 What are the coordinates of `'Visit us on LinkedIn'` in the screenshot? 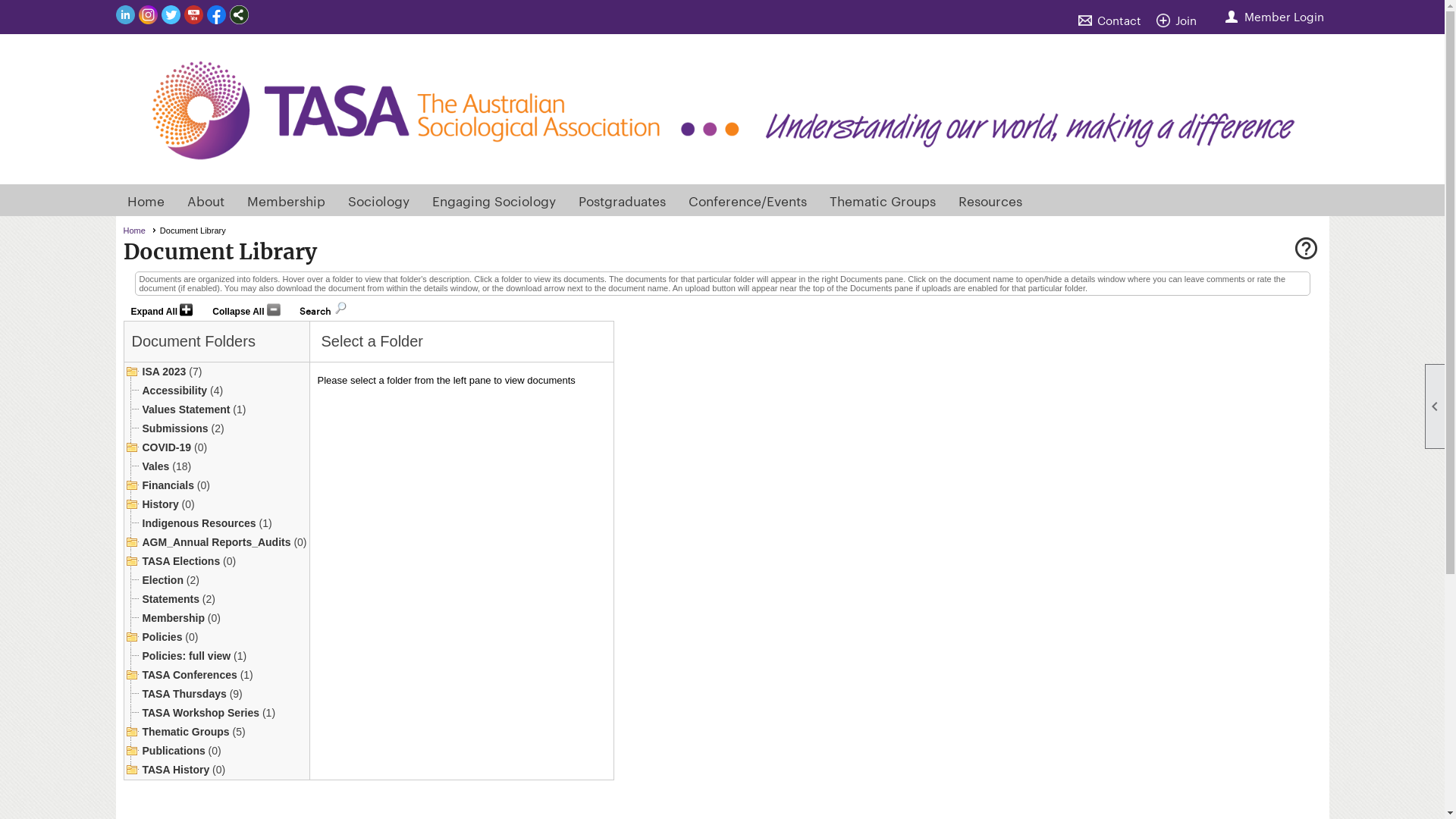 It's located at (124, 15).